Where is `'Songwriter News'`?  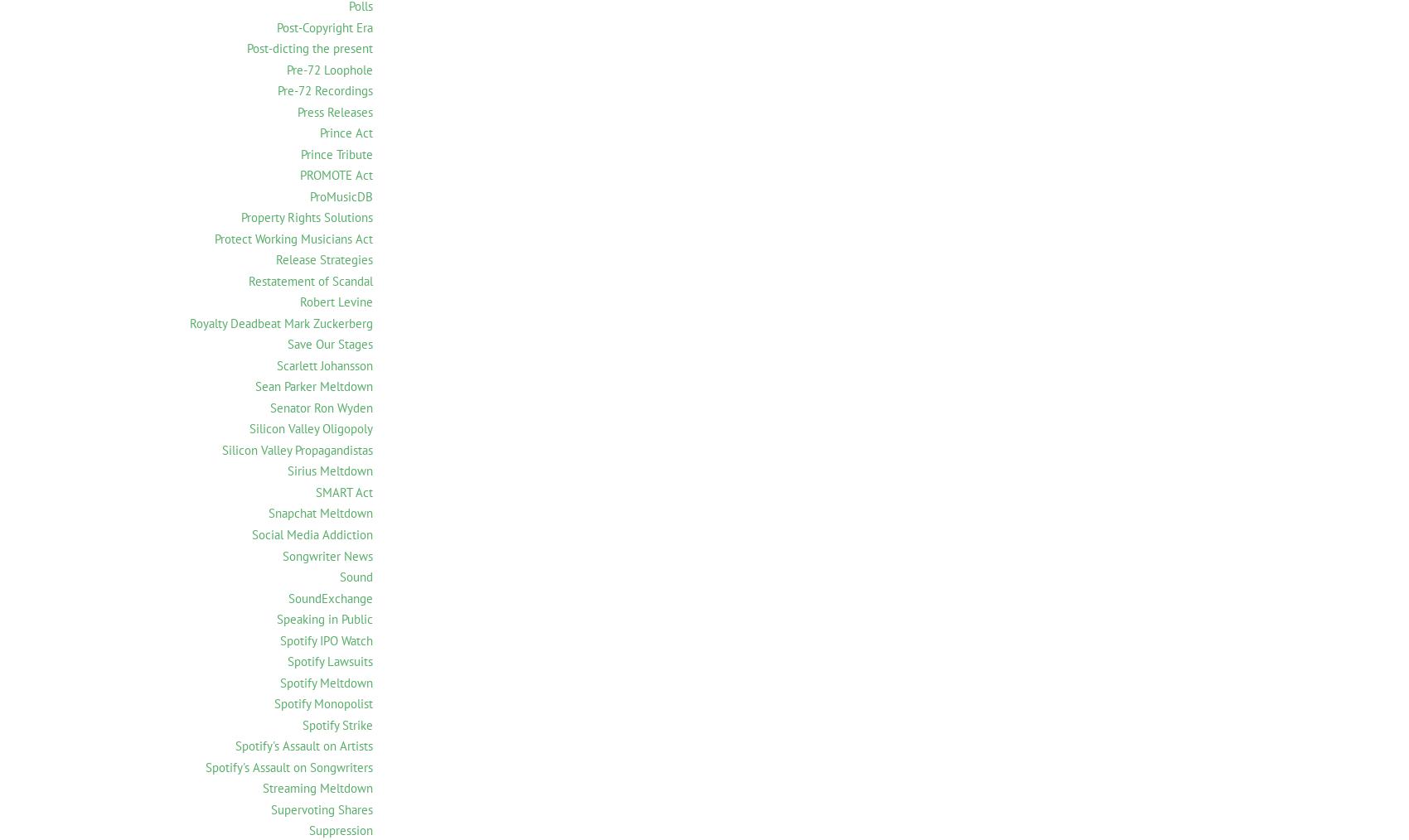 'Songwriter News' is located at coordinates (282, 555).